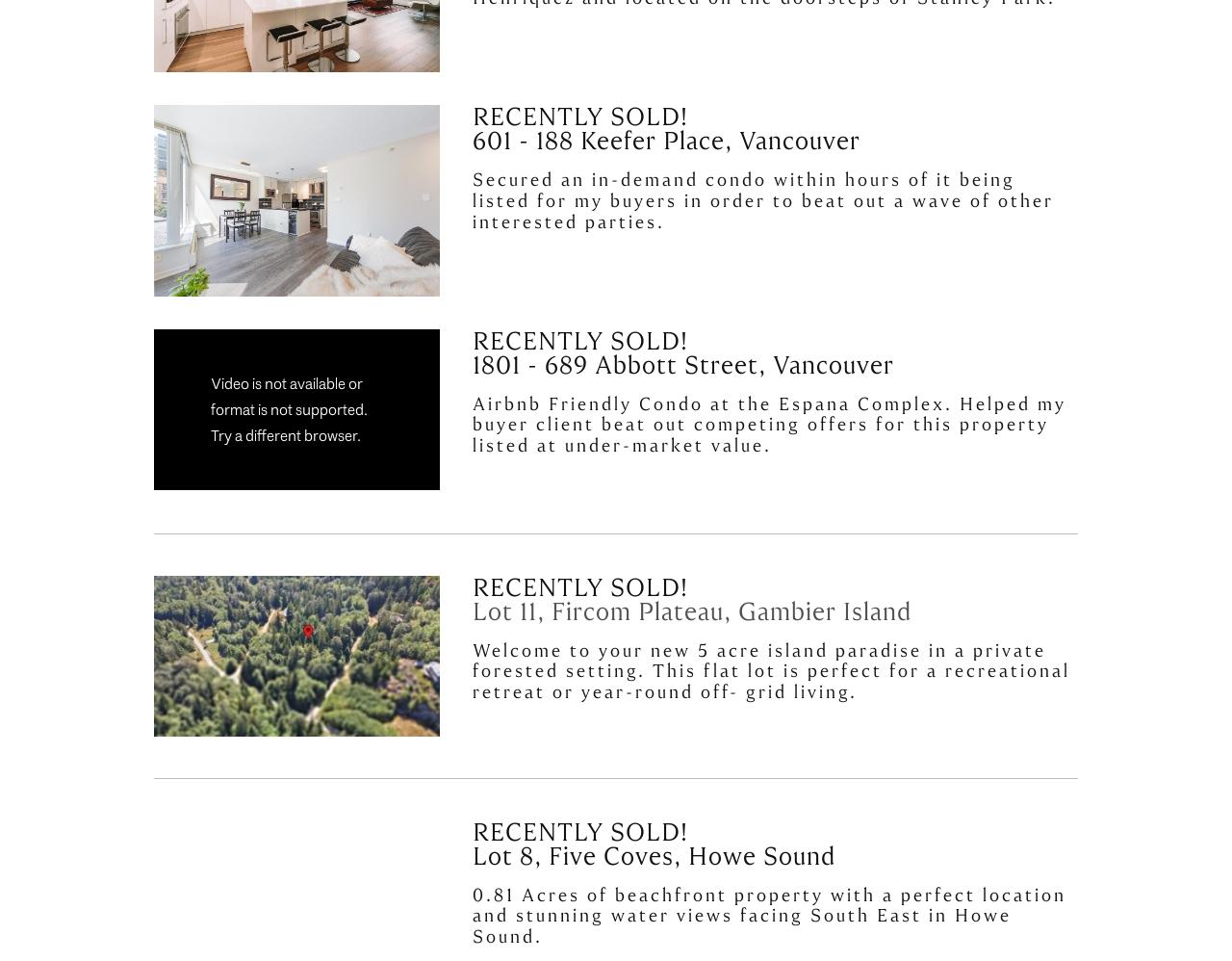 This screenshot has height=961, width=1232. Describe the element at coordinates (654, 854) in the screenshot. I see `'Lot 8, Five Coves, Howe Sound'` at that location.